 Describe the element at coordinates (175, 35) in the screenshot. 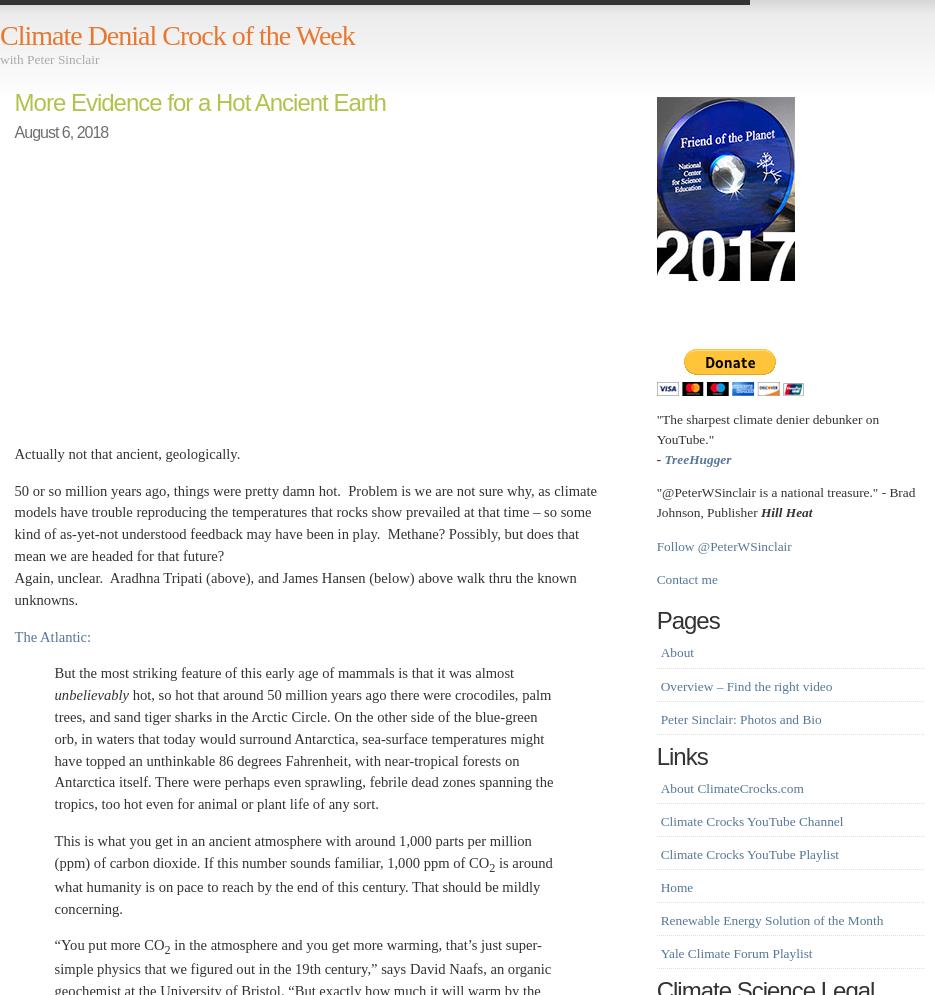

I see `'Climate Denial Crock of the Week'` at that location.